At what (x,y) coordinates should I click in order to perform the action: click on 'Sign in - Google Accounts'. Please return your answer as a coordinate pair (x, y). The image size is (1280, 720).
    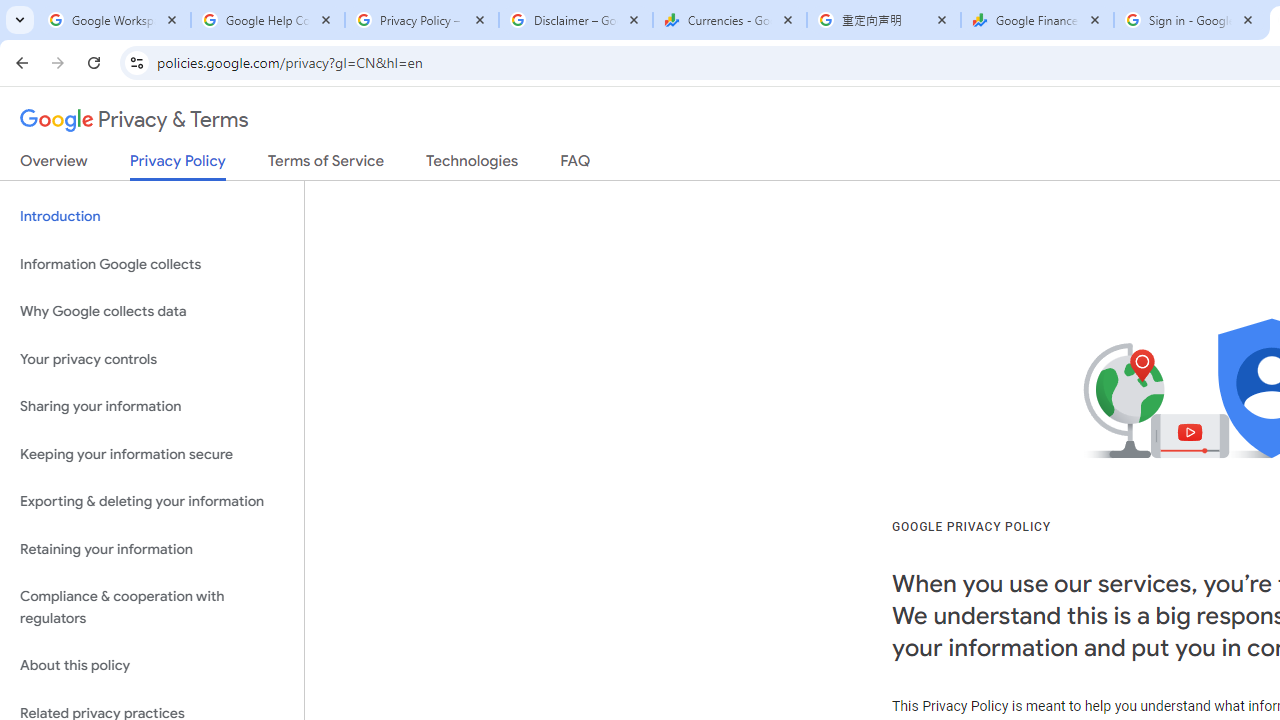
    Looking at the image, I should click on (1190, 20).